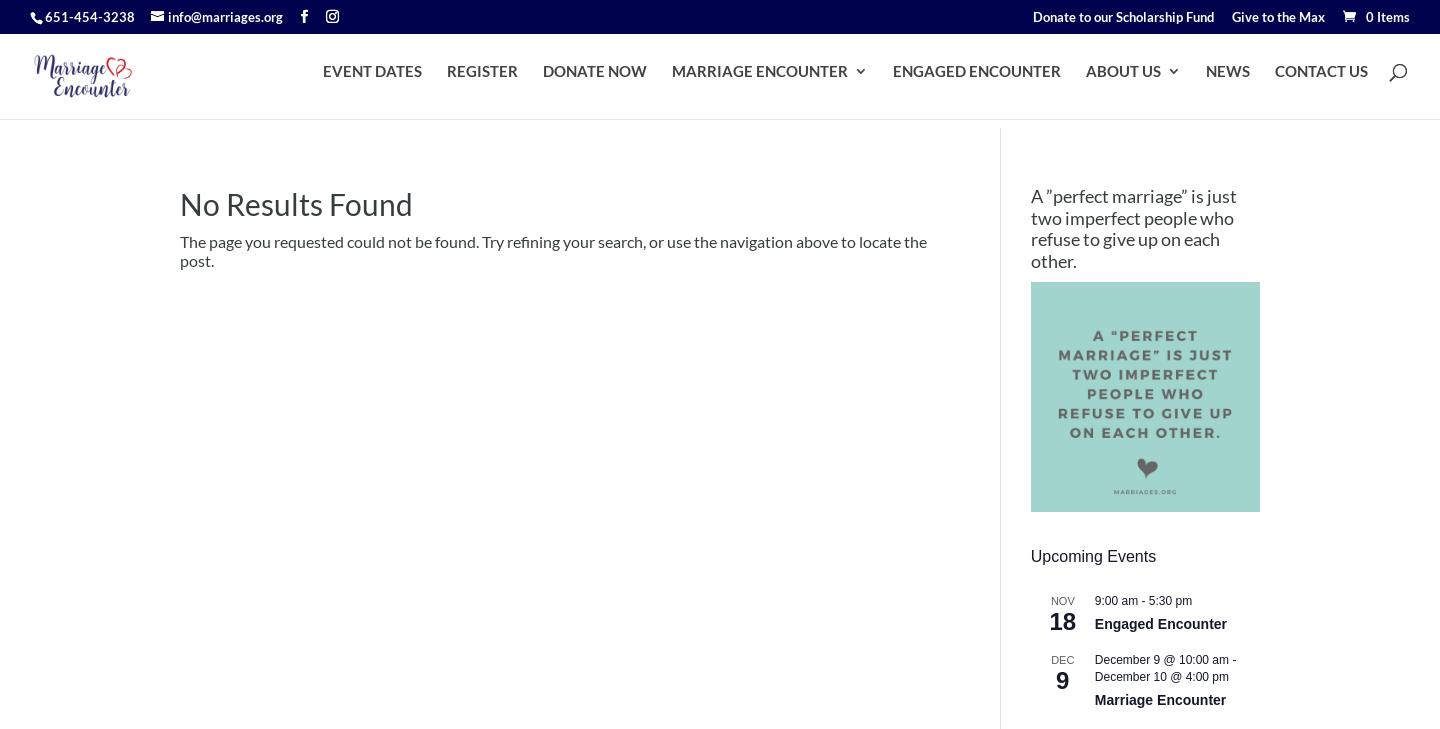 Image resolution: width=1440 pixels, height=729 pixels. Describe the element at coordinates (759, 79) in the screenshot. I see `'MARRIAGE ENCOUNTER'` at that location.